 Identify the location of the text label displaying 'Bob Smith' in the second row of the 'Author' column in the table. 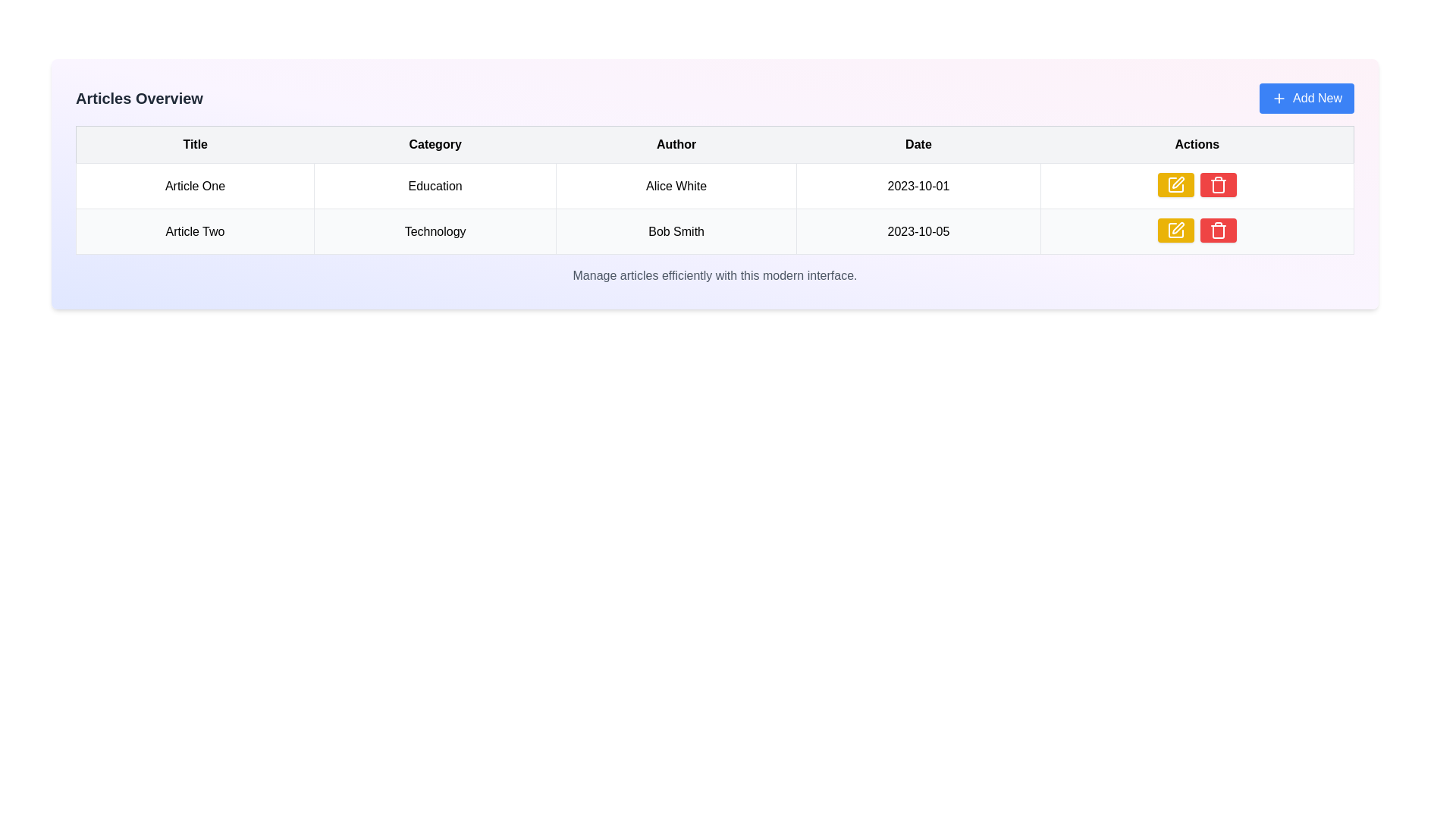
(676, 231).